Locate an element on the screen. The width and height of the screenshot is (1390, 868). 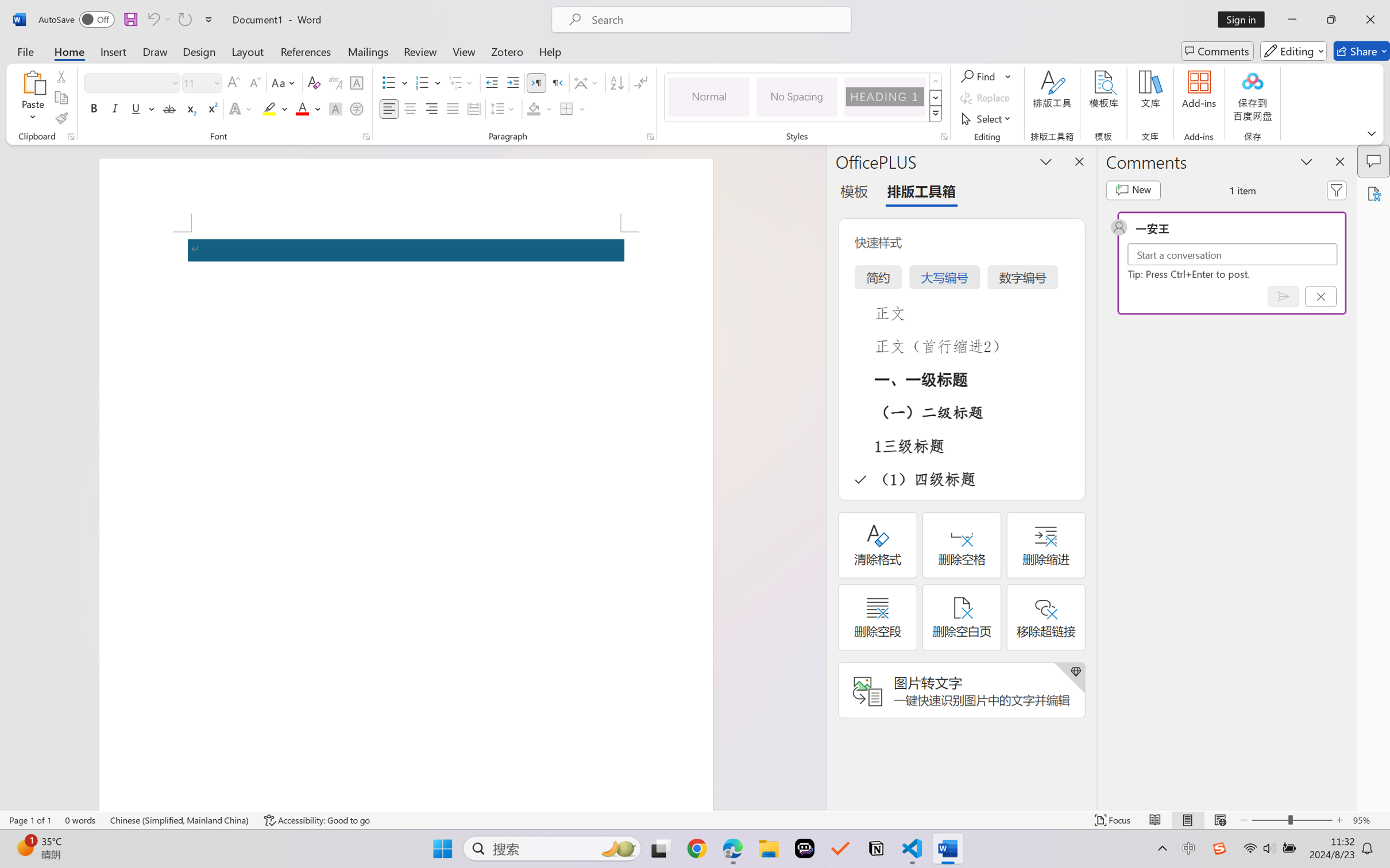
'Right-to-Left' is located at coordinates (557, 83).